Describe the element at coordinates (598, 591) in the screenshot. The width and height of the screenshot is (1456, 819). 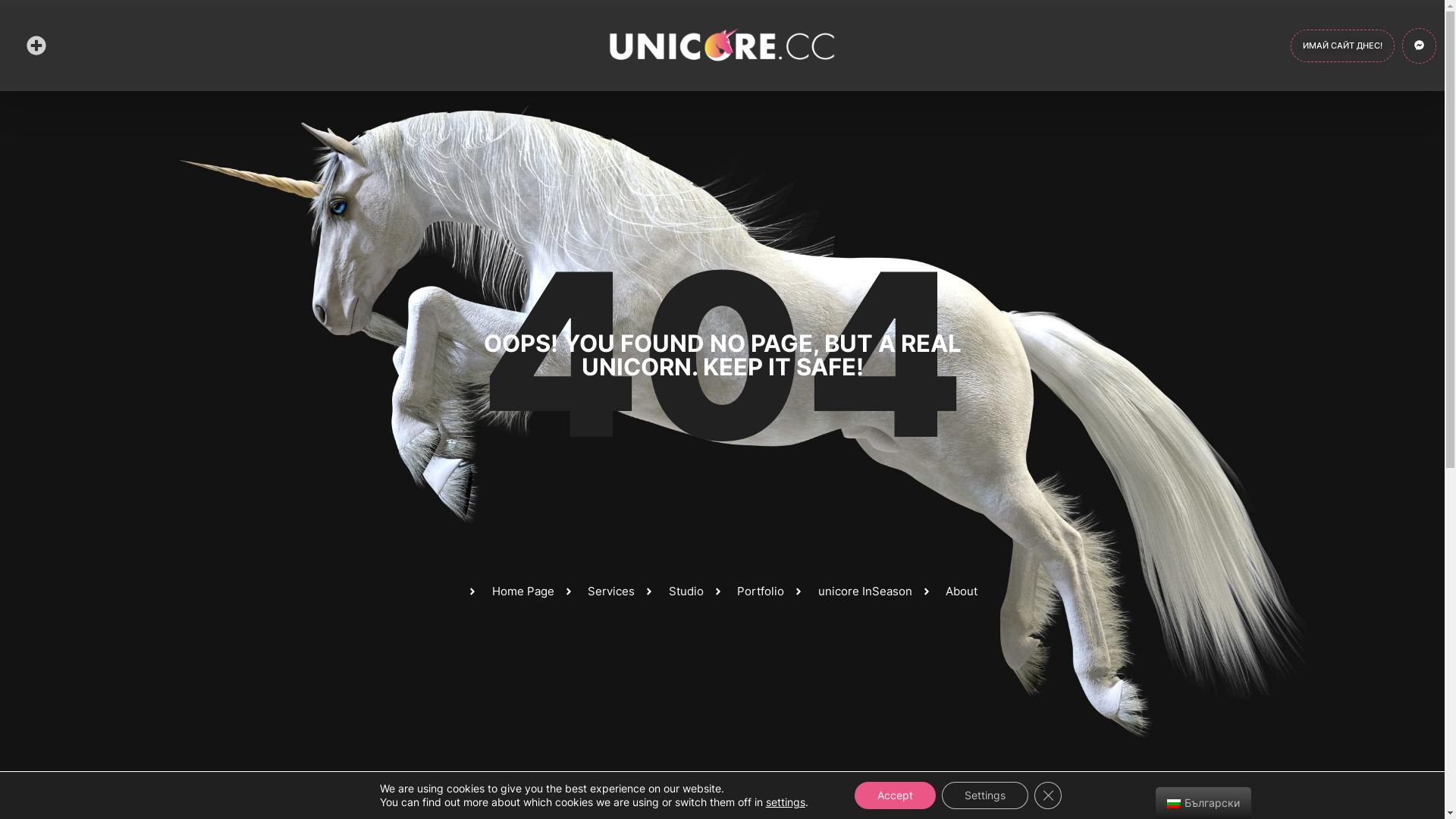
I see `'Services'` at that location.